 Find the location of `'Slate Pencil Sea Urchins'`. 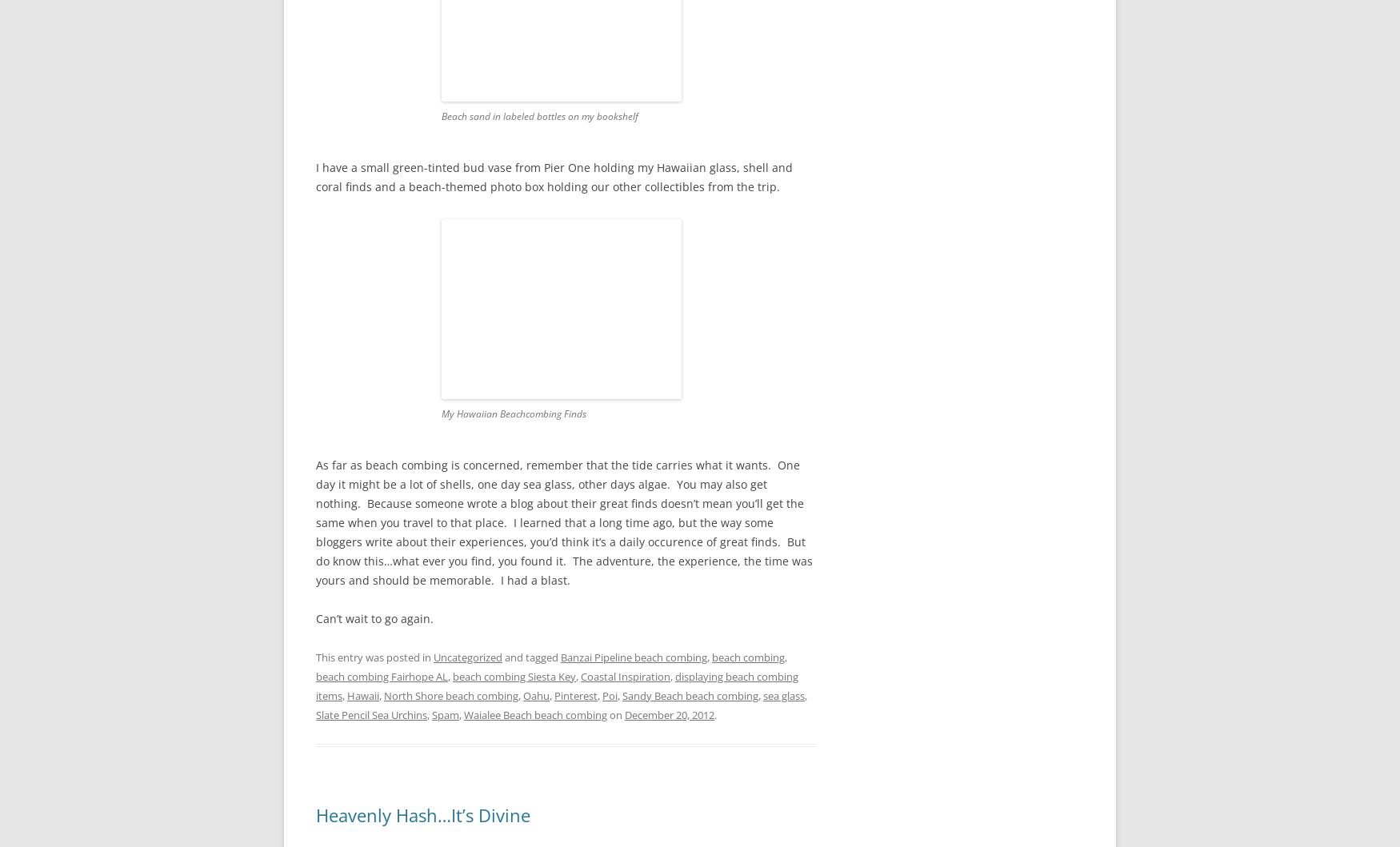

'Slate Pencil Sea Urchins' is located at coordinates (371, 715).